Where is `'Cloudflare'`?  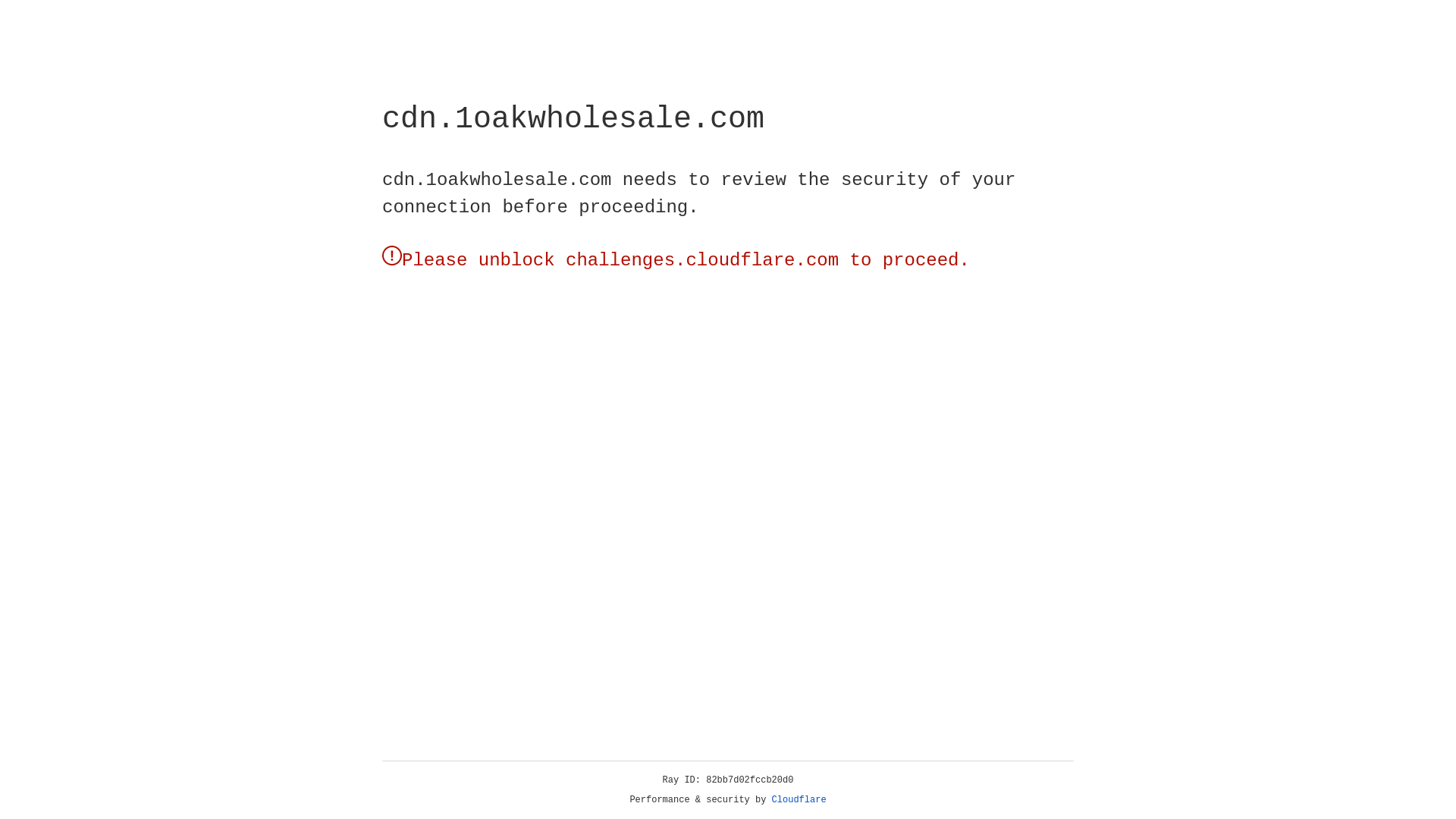 'Cloudflare' is located at coordinates (771, 799).